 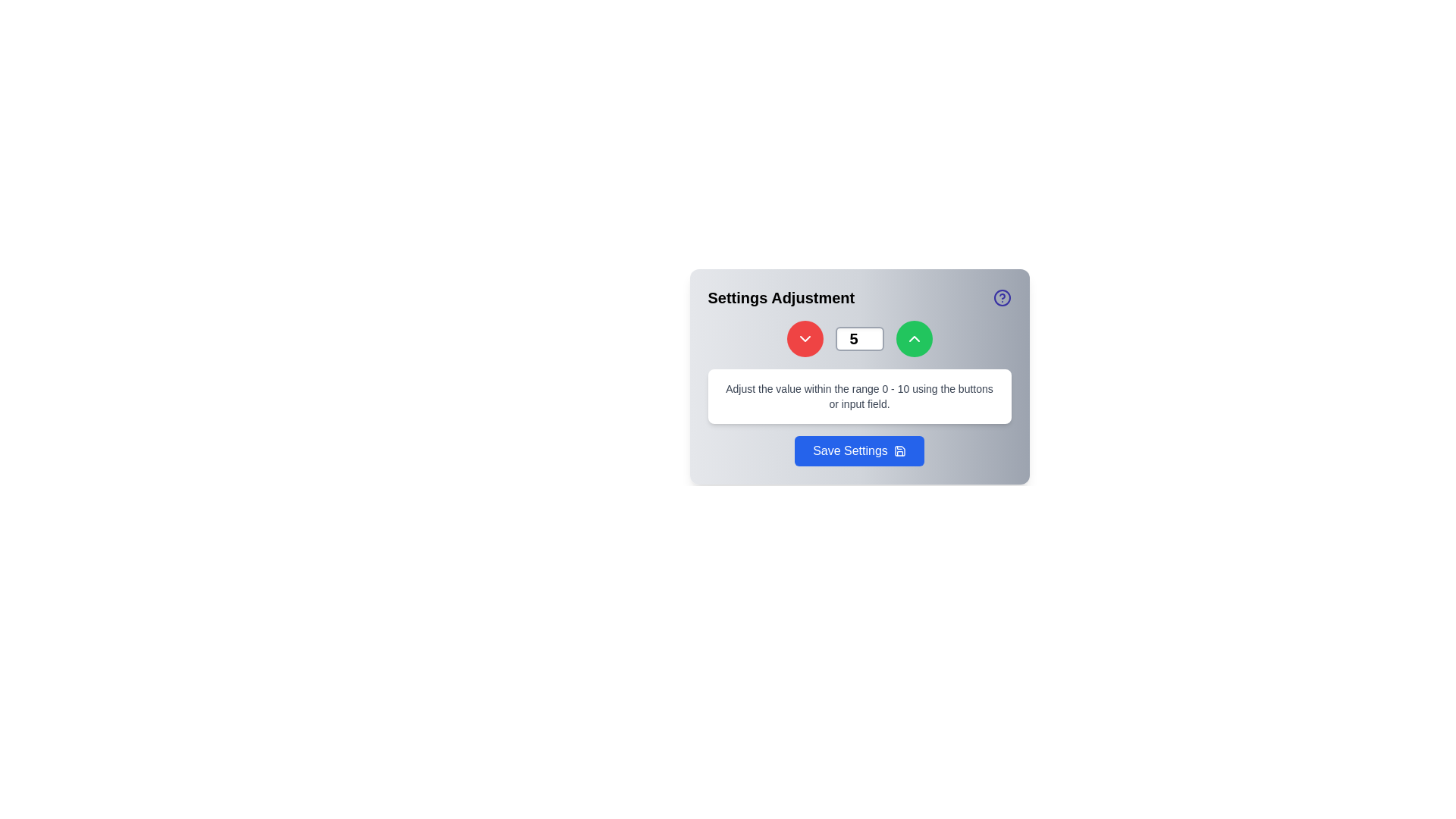 What do you see at coordinates (913, 338) in the screenshot?
I see `the increment button located to the right of the input field displaying the number 5` at bounding box center [913, 338].